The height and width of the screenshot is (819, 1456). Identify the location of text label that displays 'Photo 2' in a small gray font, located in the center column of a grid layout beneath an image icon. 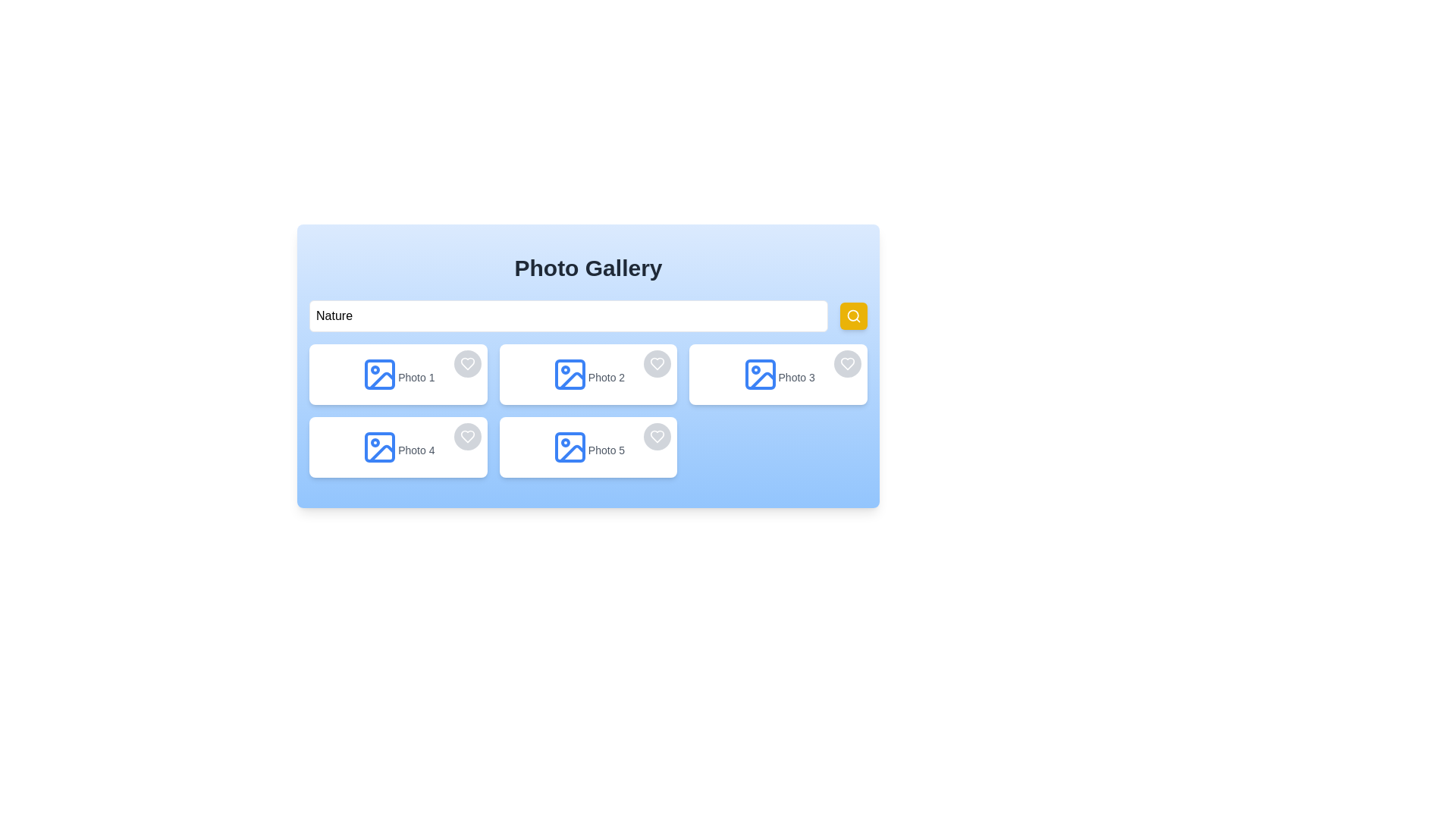
(607, 376).